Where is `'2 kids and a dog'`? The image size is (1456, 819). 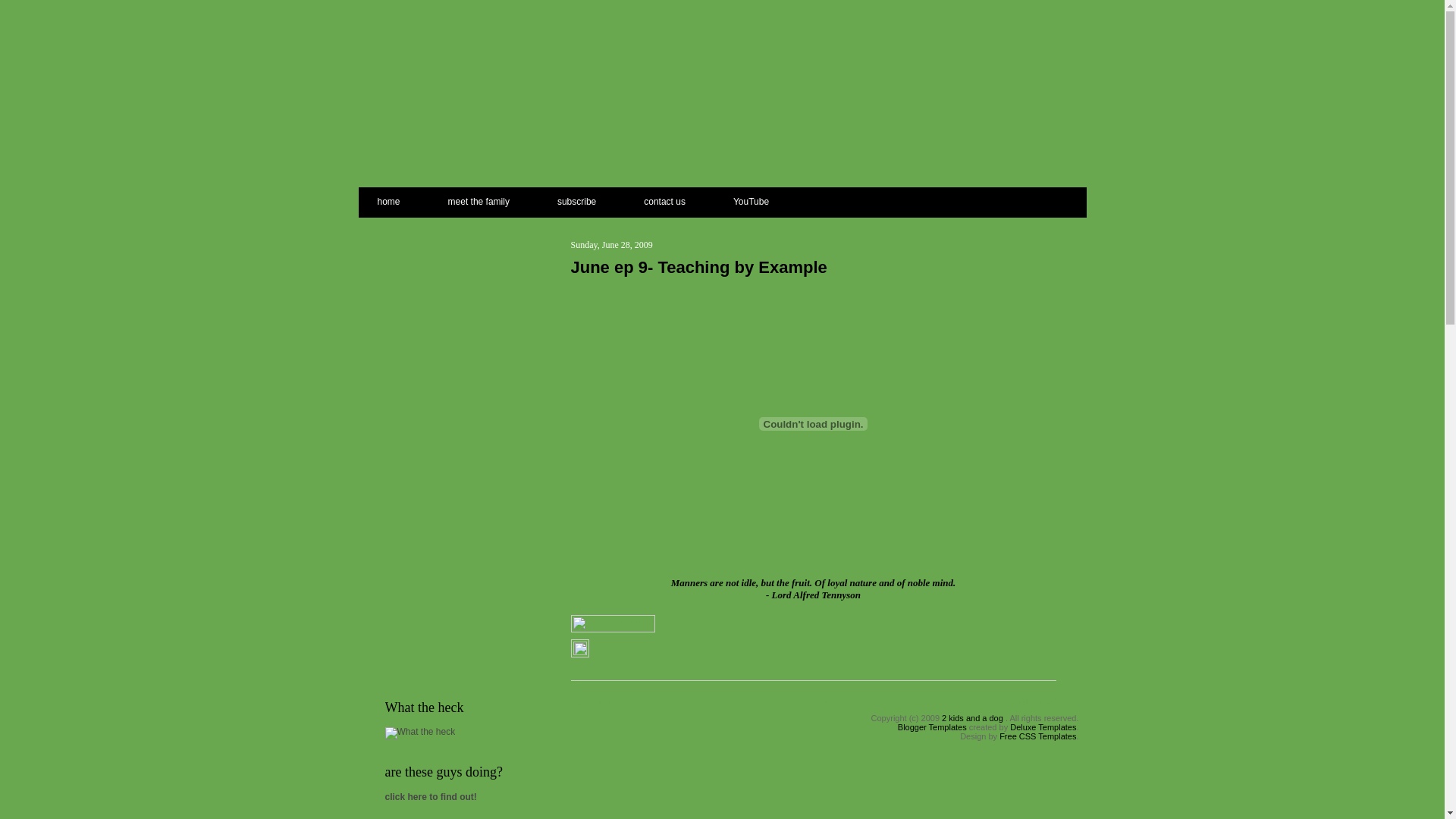
'2 kids and a dog' is located at coordinates (972, 717).